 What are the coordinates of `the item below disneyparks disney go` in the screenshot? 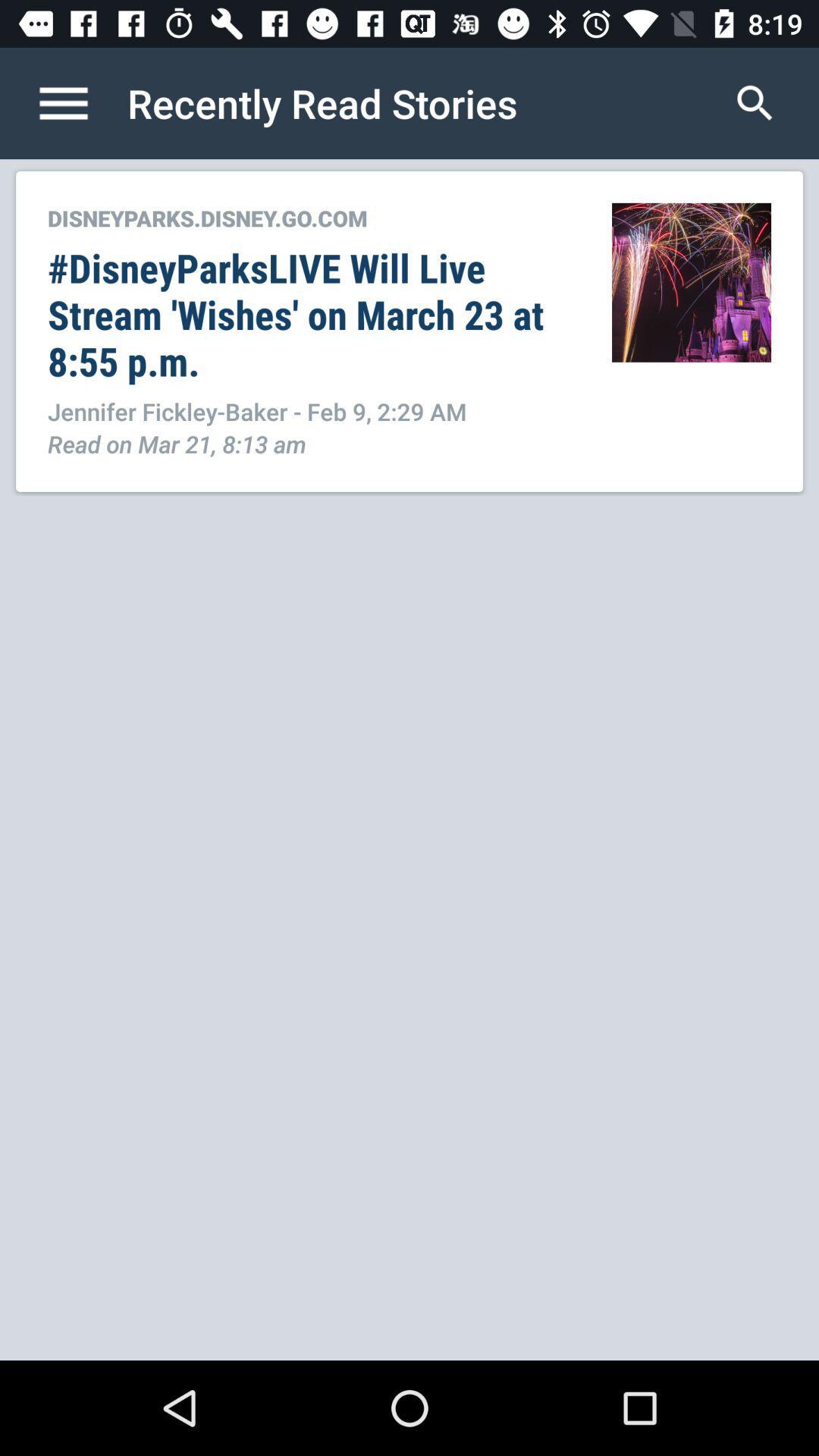 It's located at (312, 313).